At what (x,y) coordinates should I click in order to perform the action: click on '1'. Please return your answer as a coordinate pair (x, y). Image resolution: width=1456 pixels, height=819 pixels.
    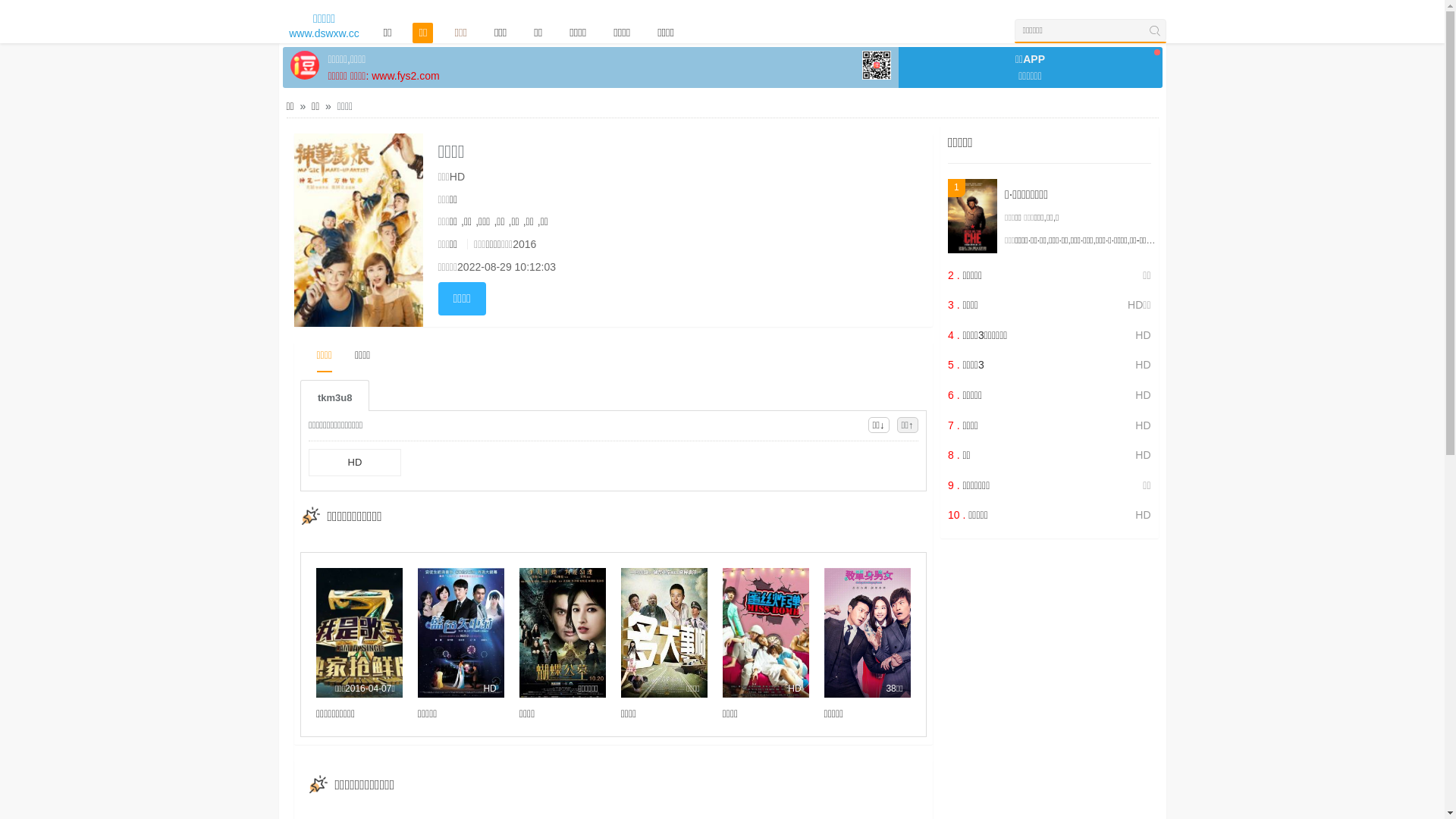
    Looking at the image, I should click on (972, 216).